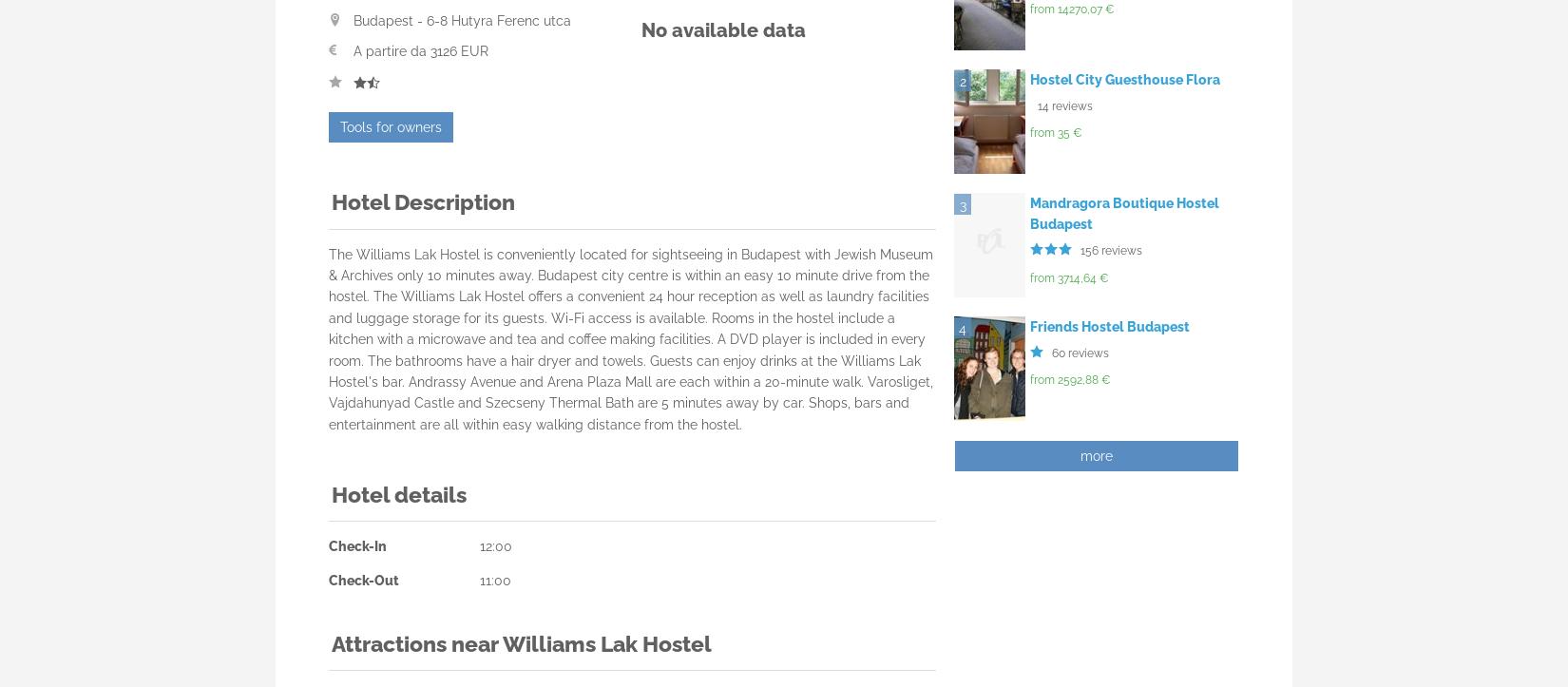 The image size is (1568, 687). Describe the element at coordinates (1030, 78) in the screenshot. I see `'Hostel City Guesthouse Flora'` at that location.